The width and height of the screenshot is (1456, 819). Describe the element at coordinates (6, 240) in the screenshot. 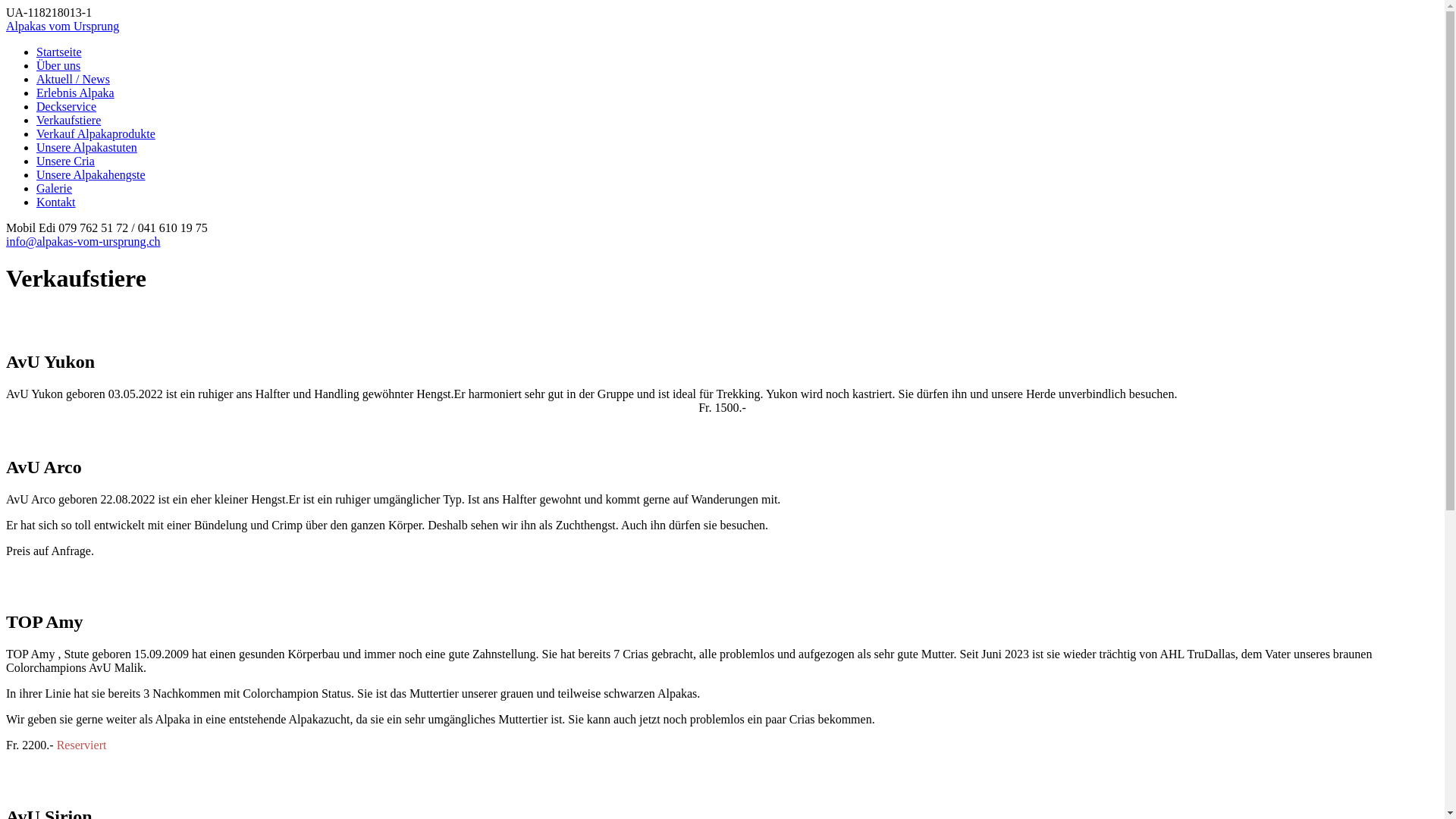

I see `'info@alpakas-vom-ursprung.ch'` at that location.